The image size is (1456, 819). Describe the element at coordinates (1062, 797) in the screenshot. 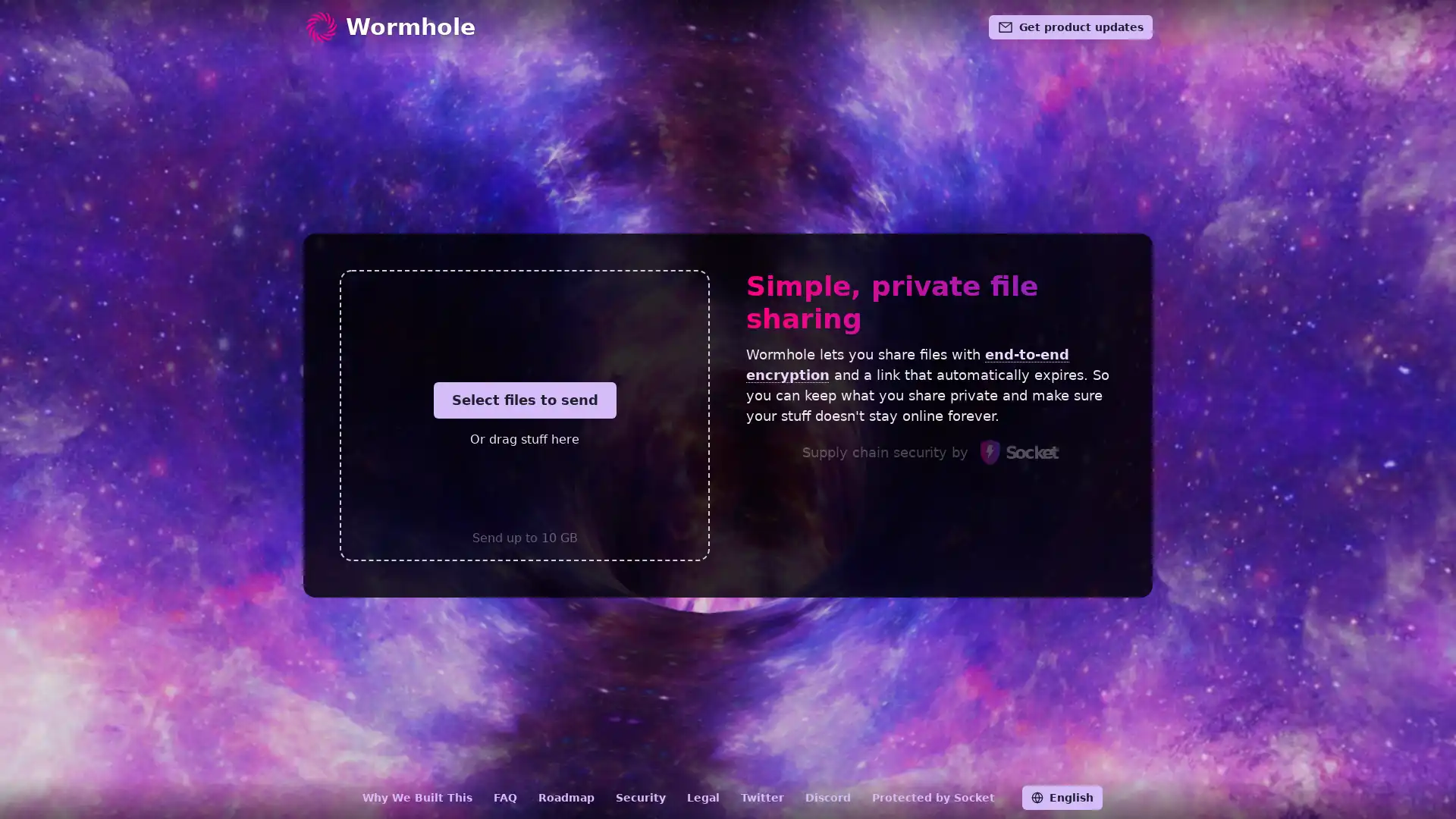

I see `English` at that location.